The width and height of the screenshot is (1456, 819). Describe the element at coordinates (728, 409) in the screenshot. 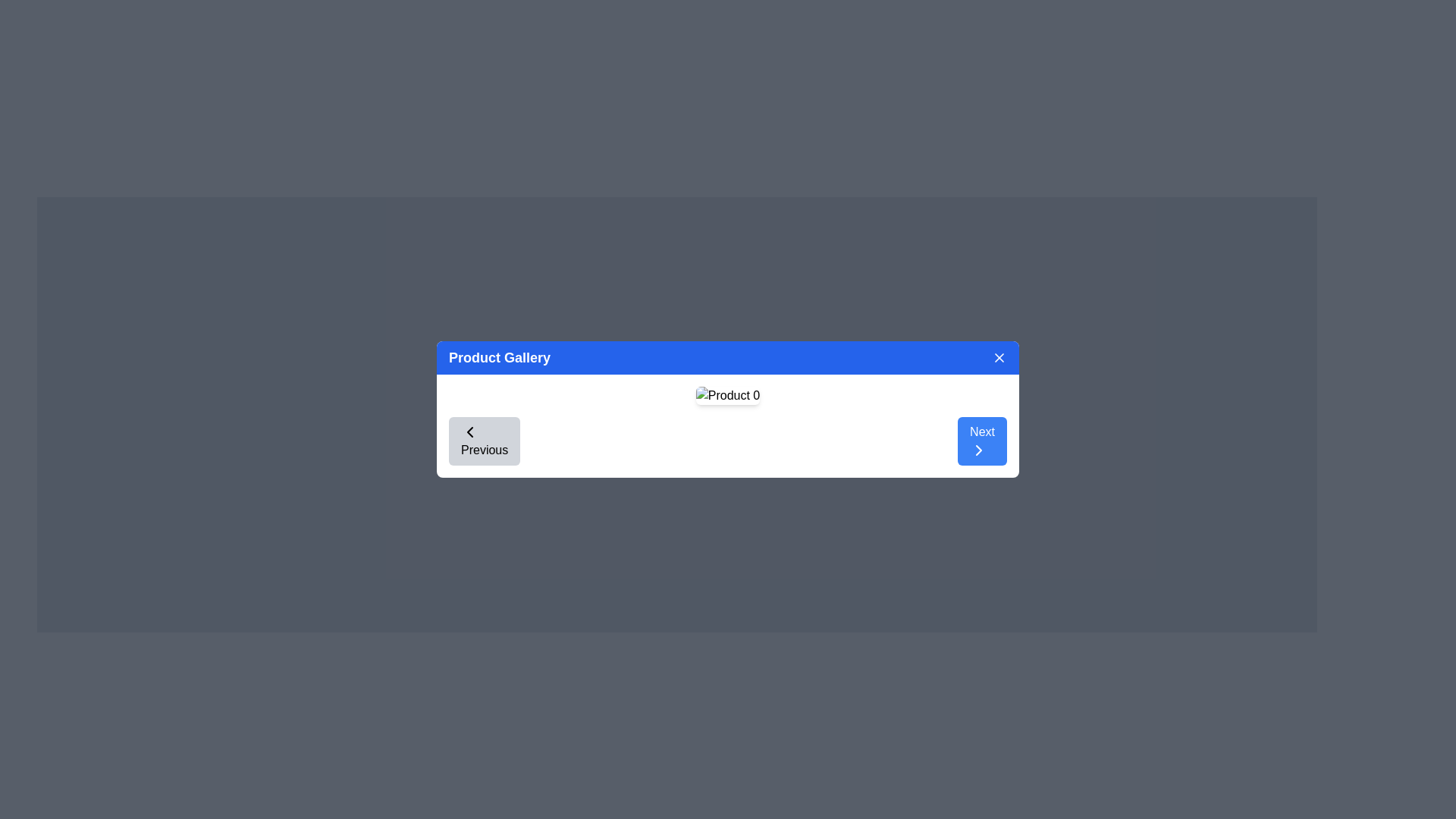

I see `the modal dialog displaying the product gallery to read the product information presented within it` at that location.